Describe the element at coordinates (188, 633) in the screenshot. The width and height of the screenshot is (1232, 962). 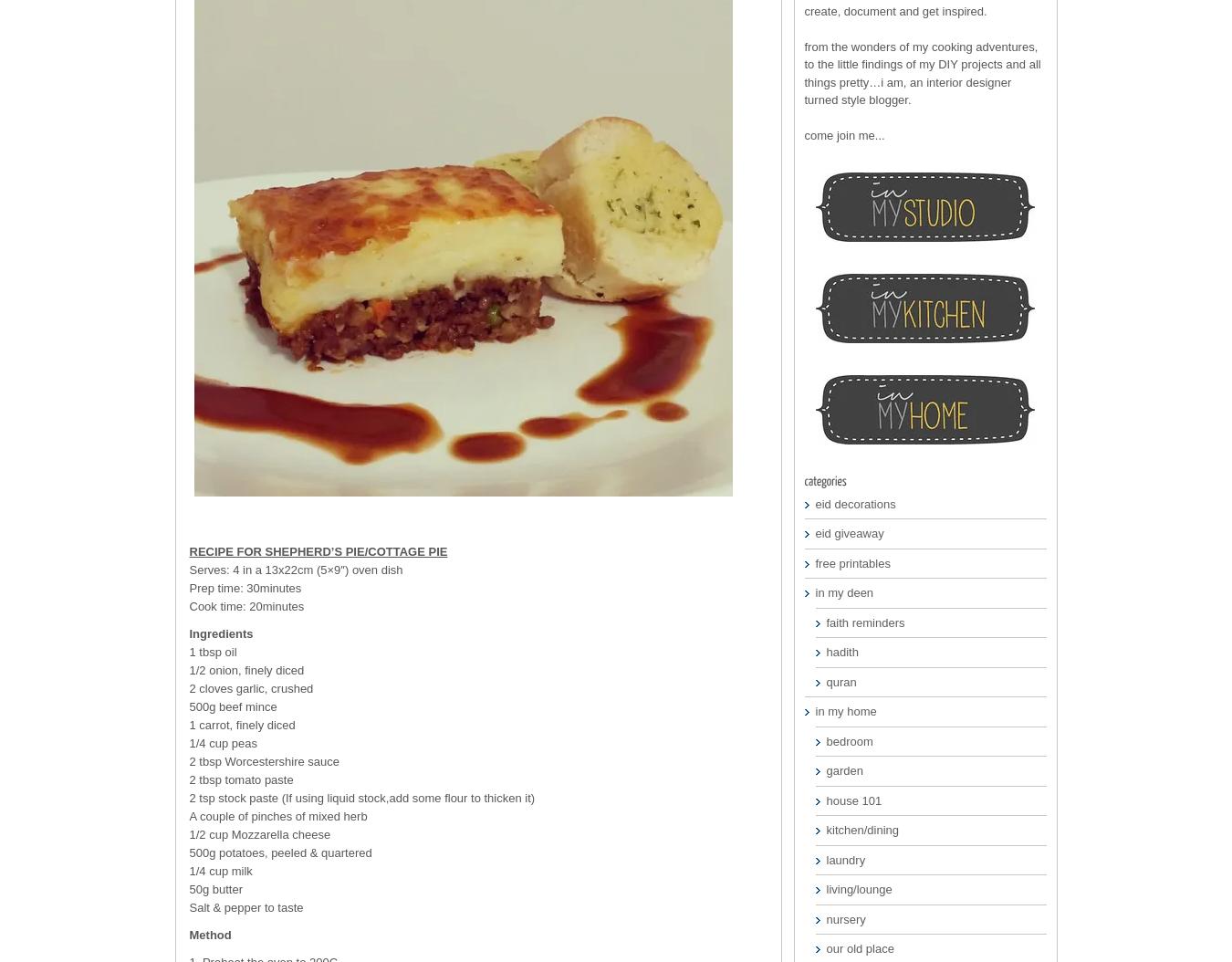
I see `'Ingredients'` at that location.